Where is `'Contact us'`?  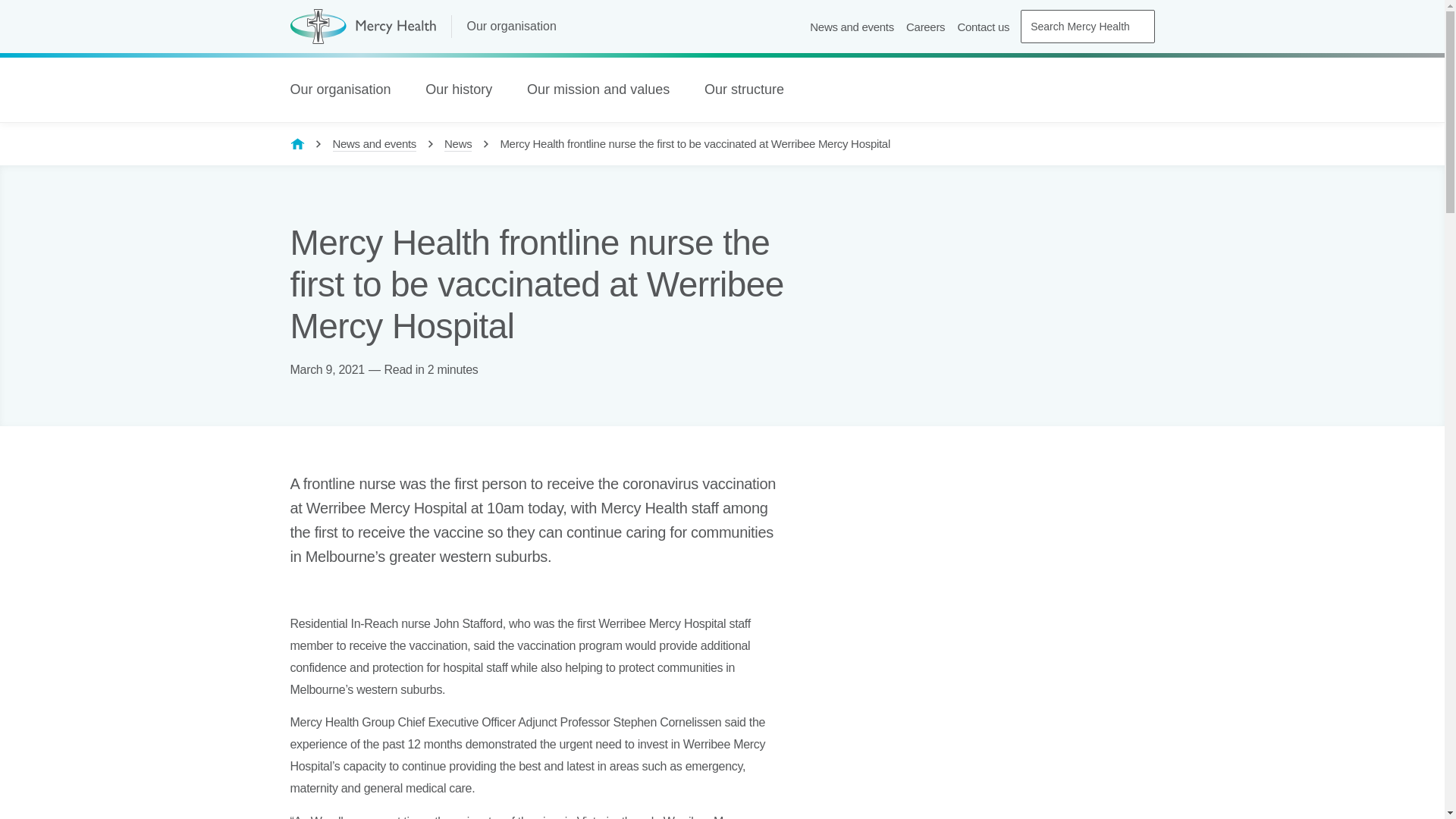
'Contact us' is located at coordinates (983, 26).